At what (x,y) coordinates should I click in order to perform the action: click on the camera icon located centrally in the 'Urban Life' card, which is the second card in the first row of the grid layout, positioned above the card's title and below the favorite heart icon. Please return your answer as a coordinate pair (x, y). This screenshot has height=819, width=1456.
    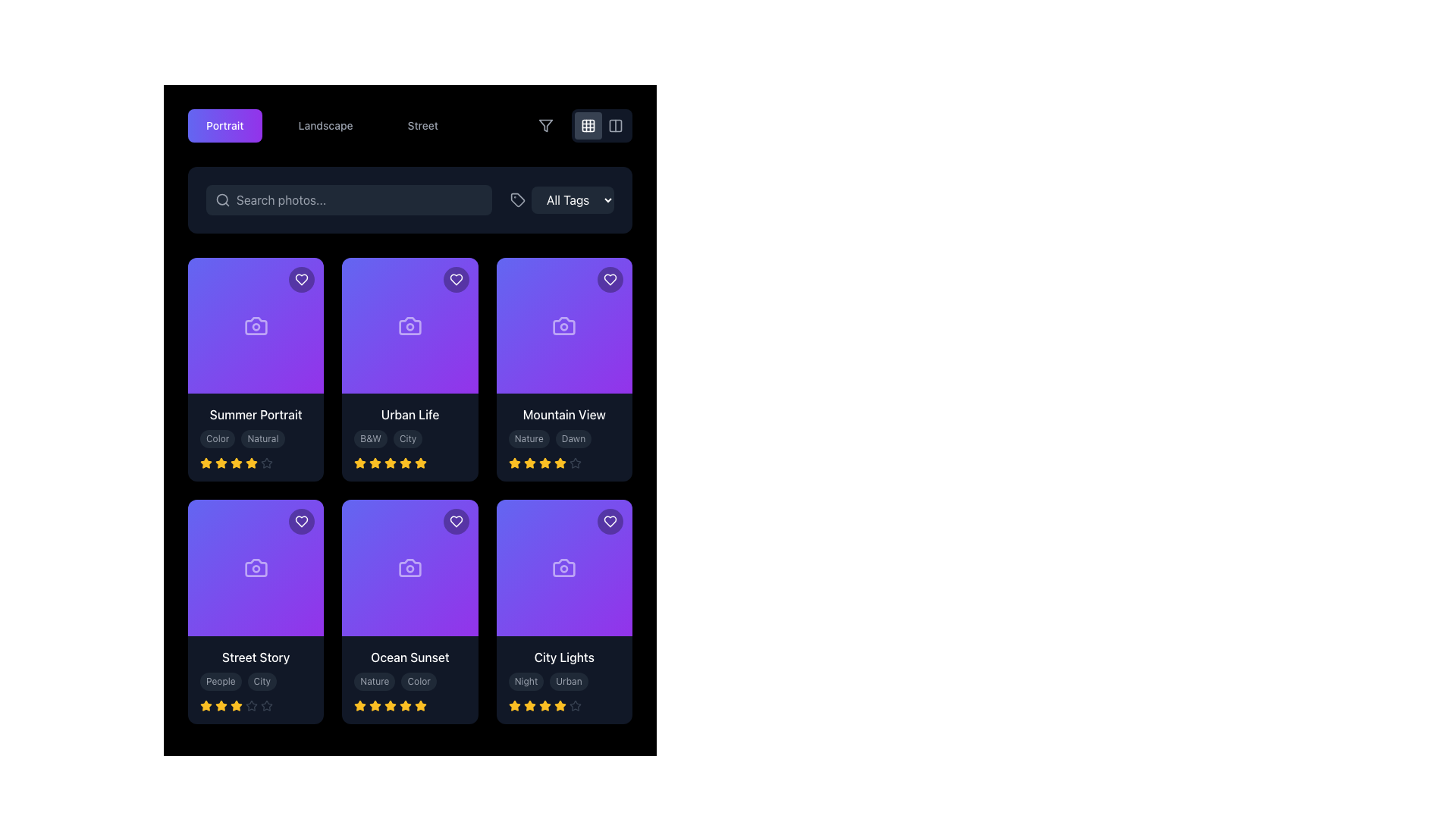
    Looking at the image, I should click on (410, 325).